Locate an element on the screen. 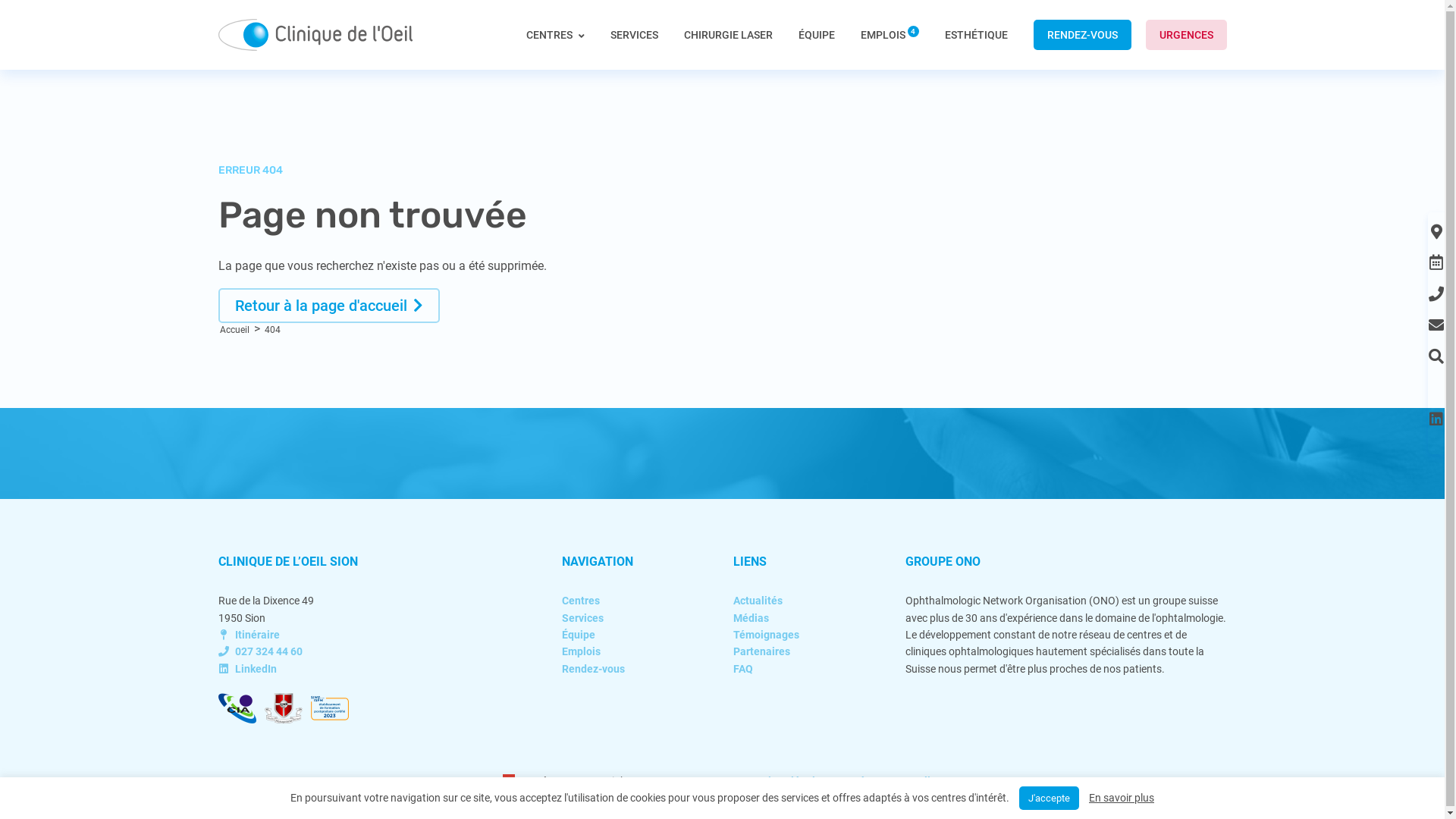 Image resolution: width=1456 pixels, height=819 pixels. 'J'accepte' is located at coordinates (1048, 797).